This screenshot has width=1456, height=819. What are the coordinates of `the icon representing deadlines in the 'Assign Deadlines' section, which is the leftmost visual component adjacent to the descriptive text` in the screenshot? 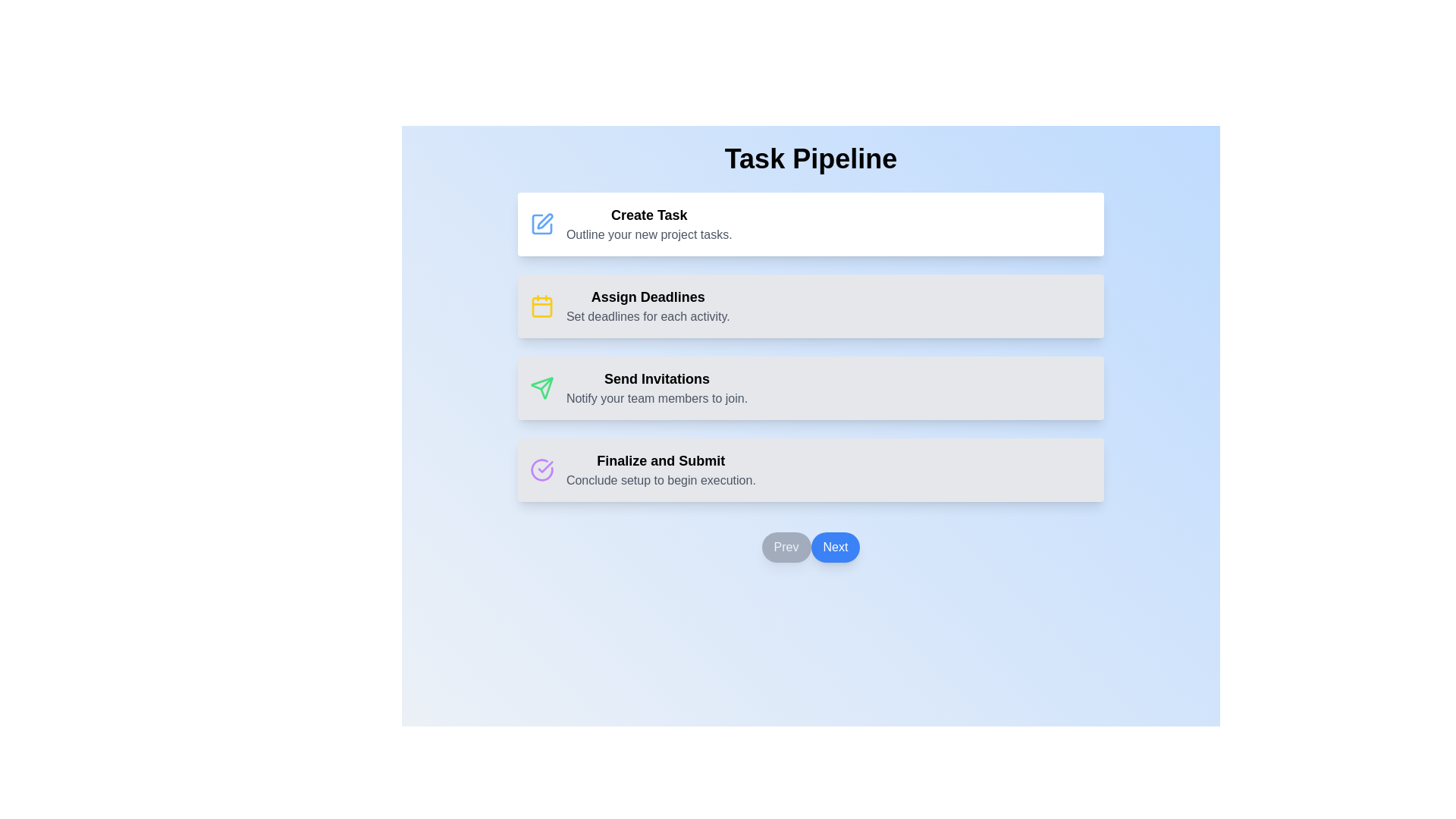 It's located at (541, 306).